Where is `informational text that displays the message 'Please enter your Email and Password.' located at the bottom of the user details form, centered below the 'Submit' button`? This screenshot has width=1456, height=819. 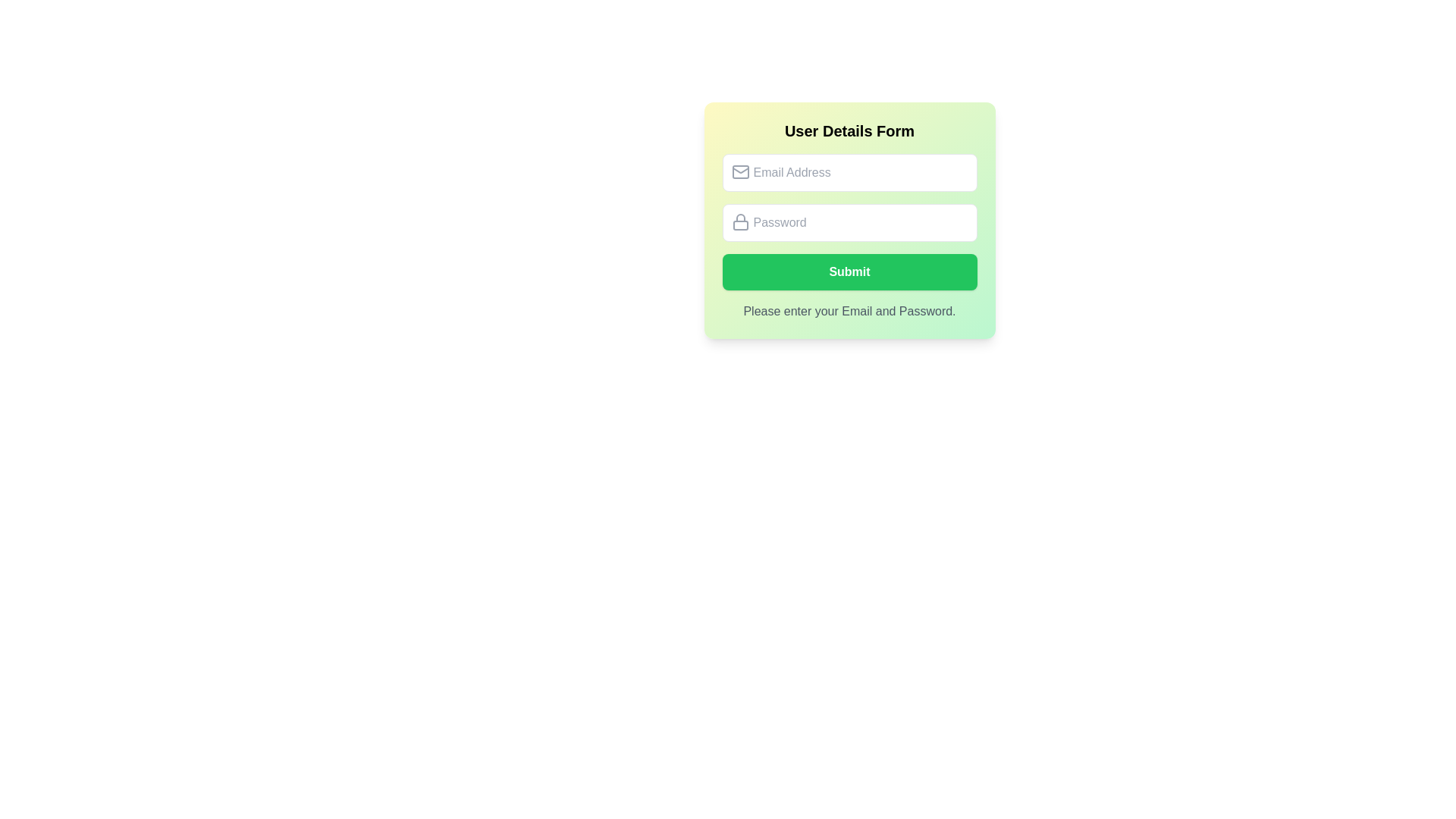
informational text that displays the message 'Please enter your Email and Password.' located at the bottom of the user details form, centered below the 'Submit' button is located at coordinates (849, 311).